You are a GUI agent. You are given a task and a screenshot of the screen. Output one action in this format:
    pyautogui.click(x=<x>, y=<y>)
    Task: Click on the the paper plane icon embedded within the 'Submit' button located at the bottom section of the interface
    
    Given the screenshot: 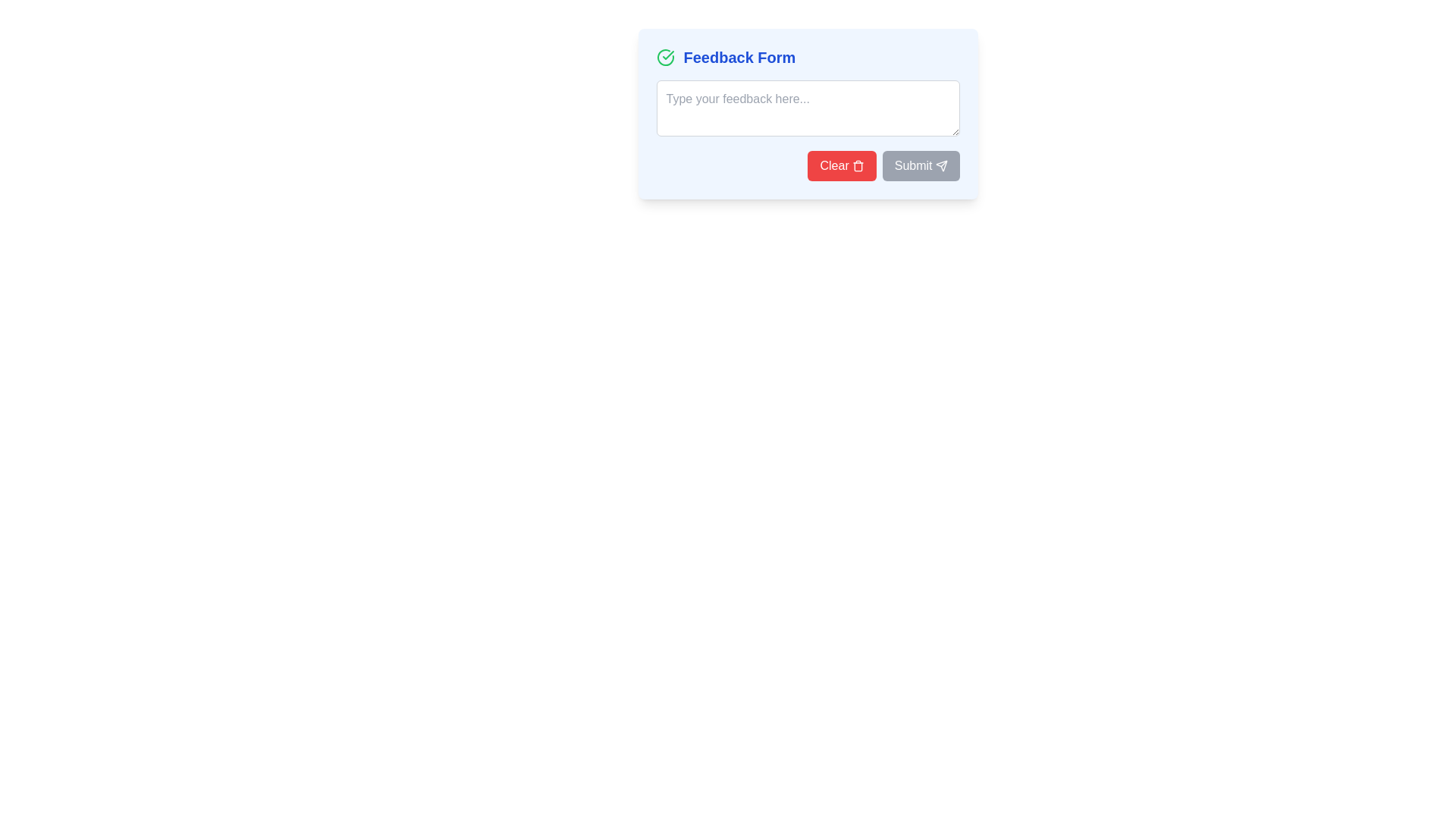 What is the action you would take?
    pyautogui.click(x=940, y=166)
    